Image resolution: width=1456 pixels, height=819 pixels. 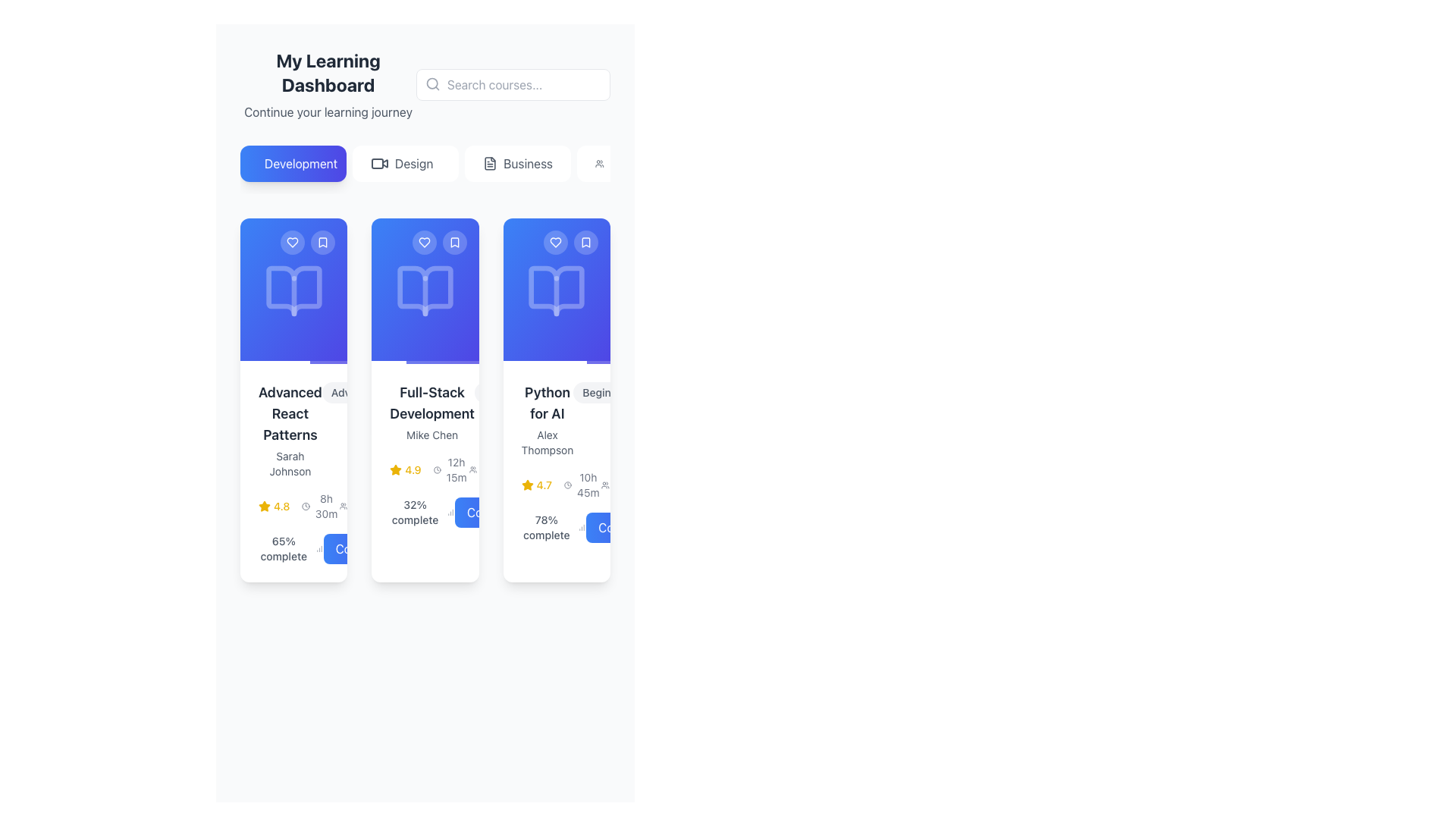 I want to click on the magnifying glass icon representing the search function, located inside the search input field at the top-right of the dashboard interface, so click(x=432, y=84).